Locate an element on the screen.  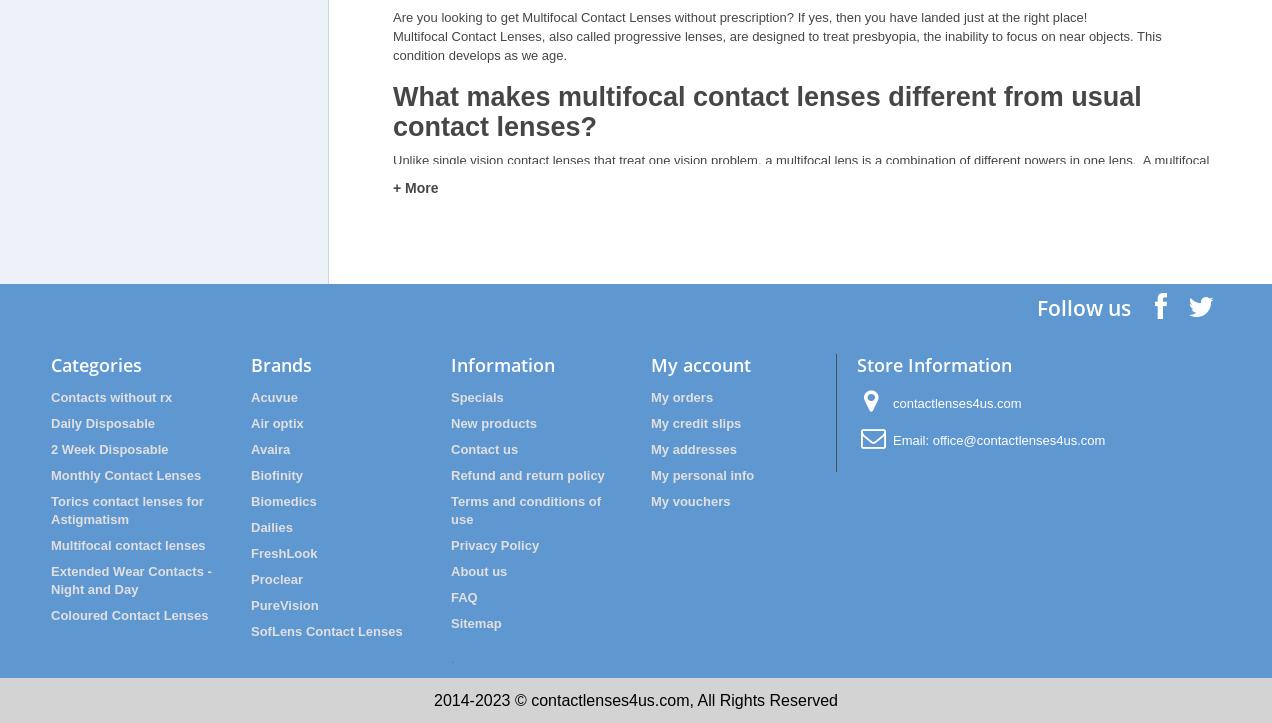
'My account' is located at coordinates (700, 363).